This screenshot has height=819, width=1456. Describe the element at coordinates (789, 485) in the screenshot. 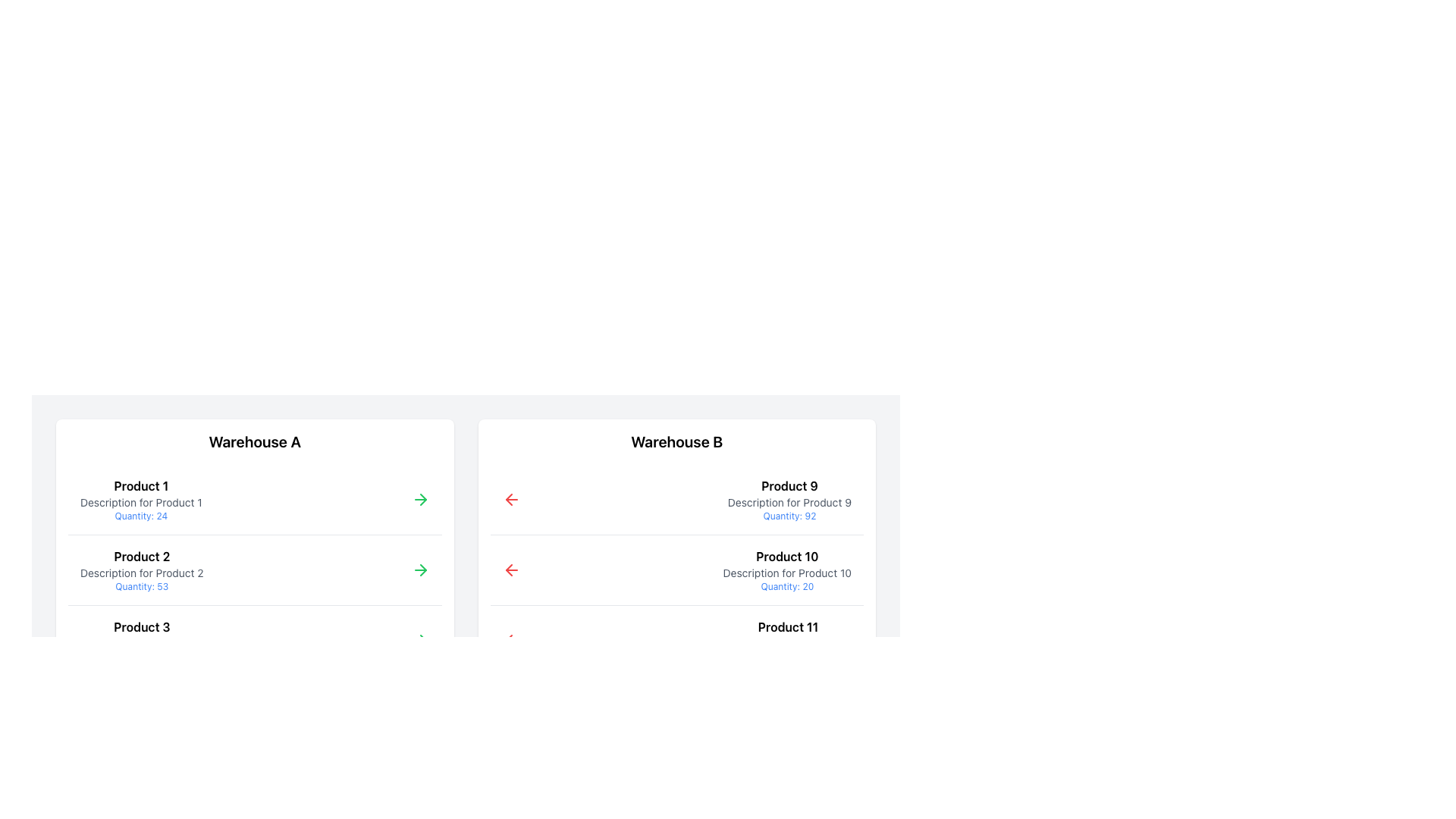

I see `the bold-text label displaying 'Product 9' located in the top-right section of the 'Warehouse B' column` at that location.